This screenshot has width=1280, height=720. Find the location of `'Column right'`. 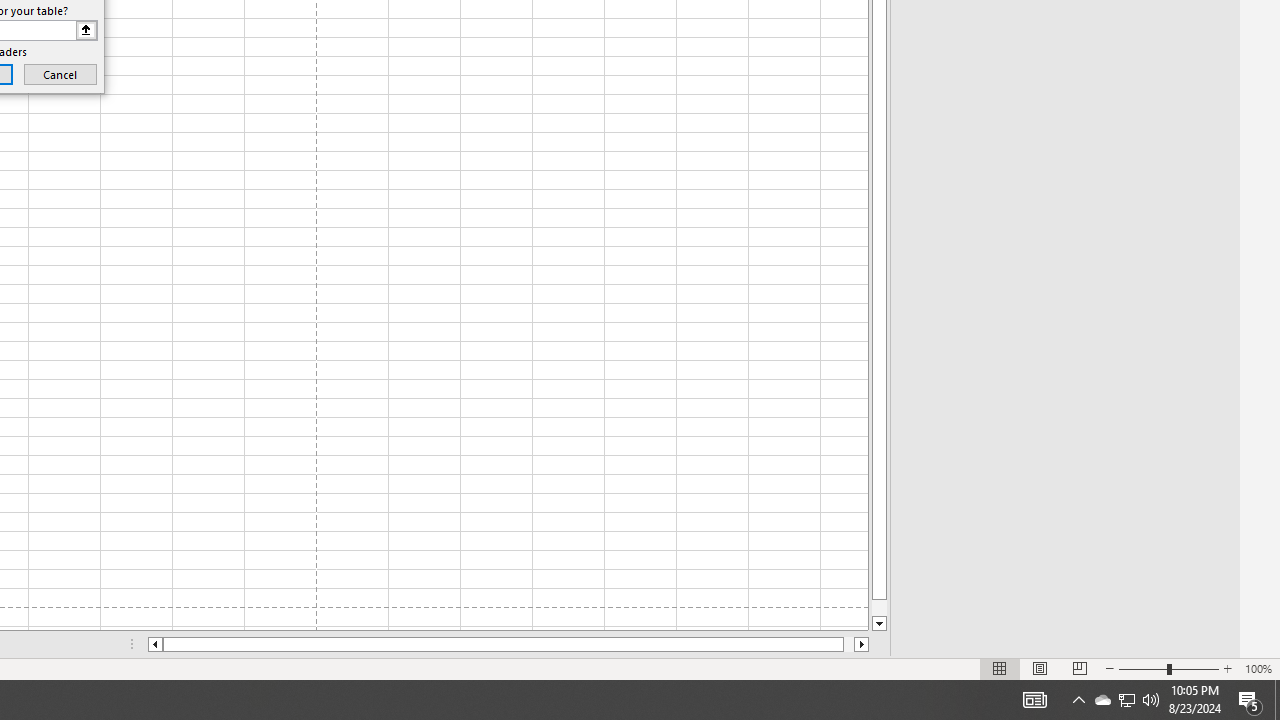

'Column right' is located at coordinates (862, 644).